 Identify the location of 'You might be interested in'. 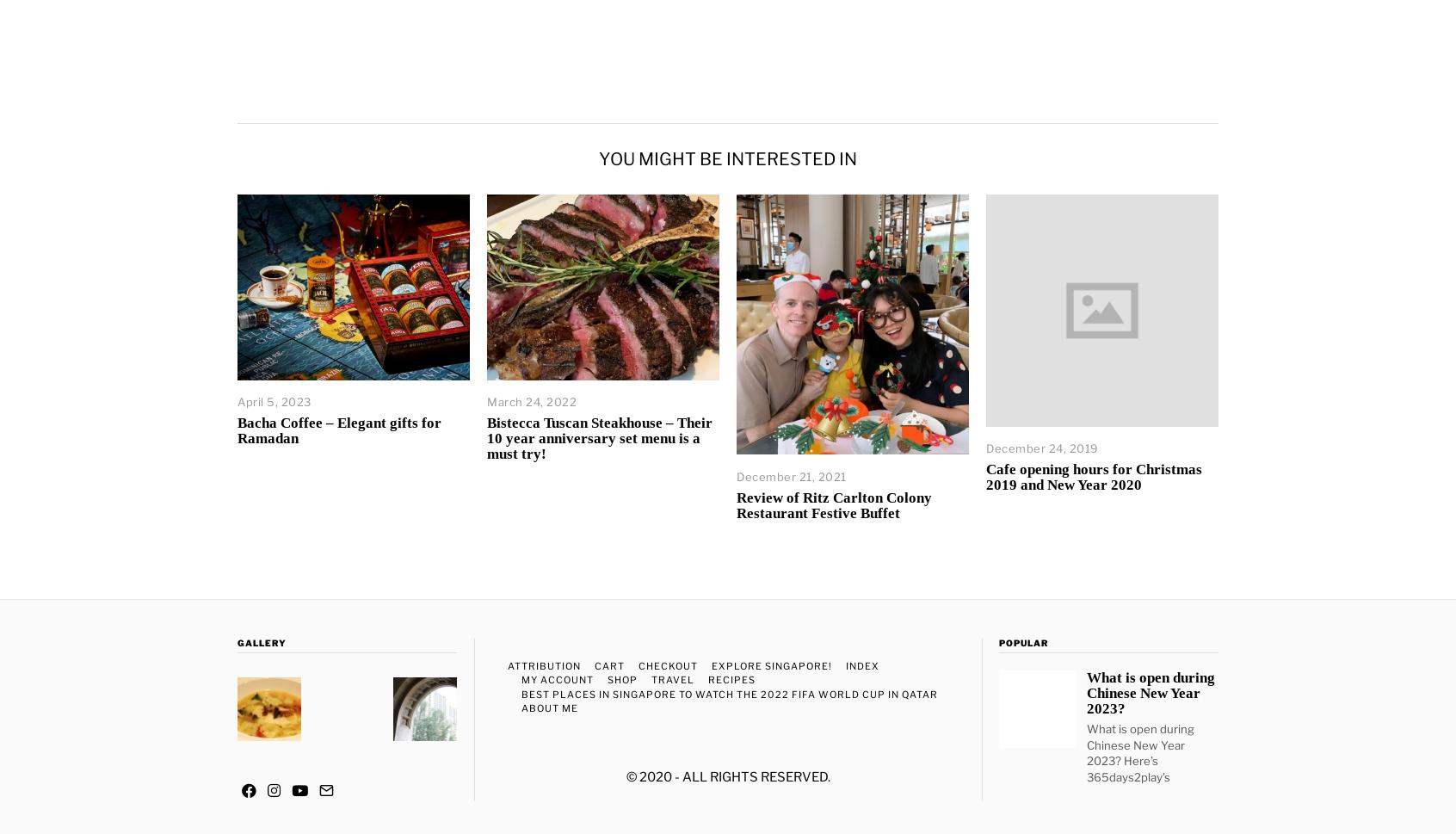
(728, 158).